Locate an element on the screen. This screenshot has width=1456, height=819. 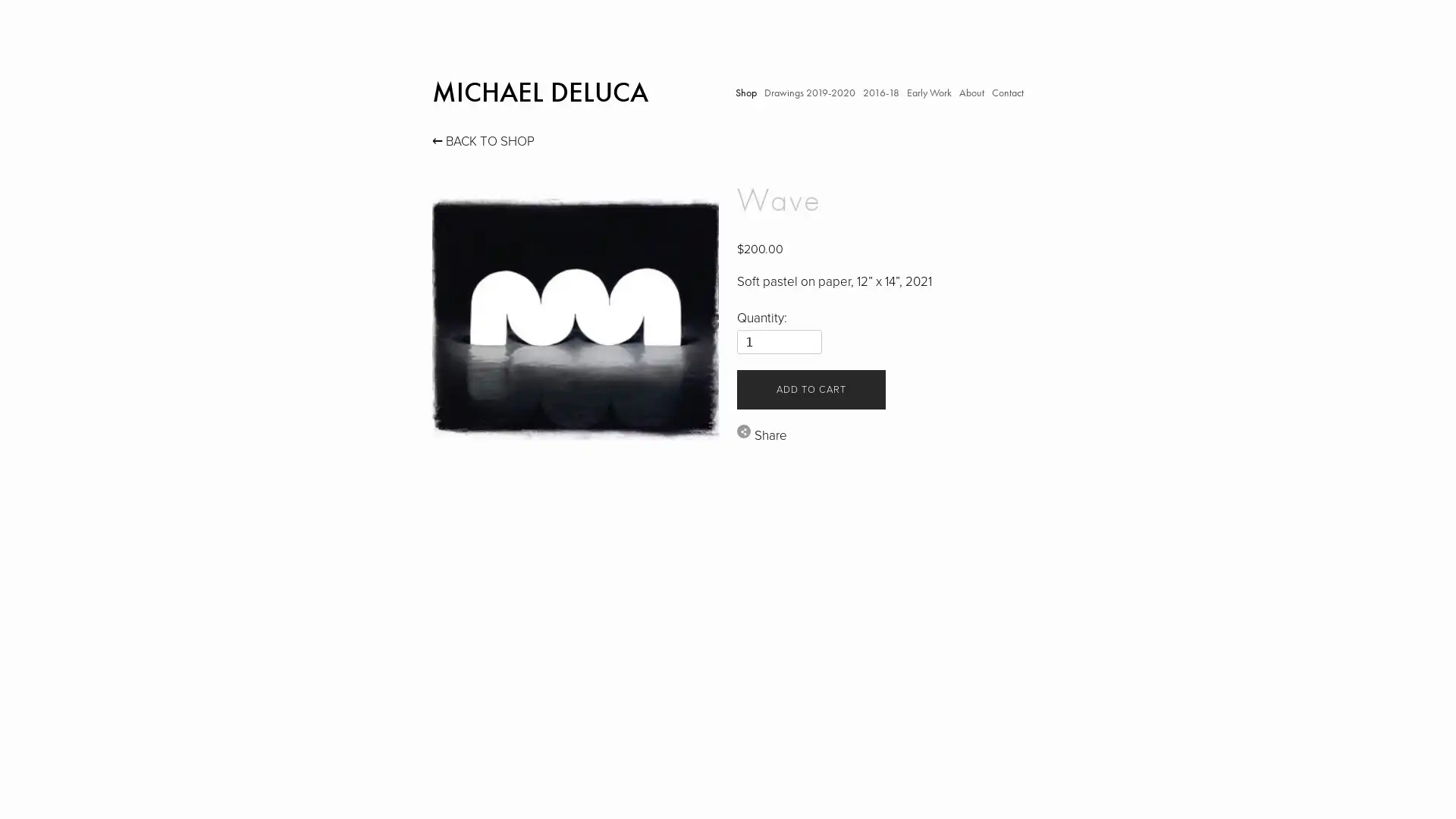
ADD TO CART is located at coordinates (810, 388).